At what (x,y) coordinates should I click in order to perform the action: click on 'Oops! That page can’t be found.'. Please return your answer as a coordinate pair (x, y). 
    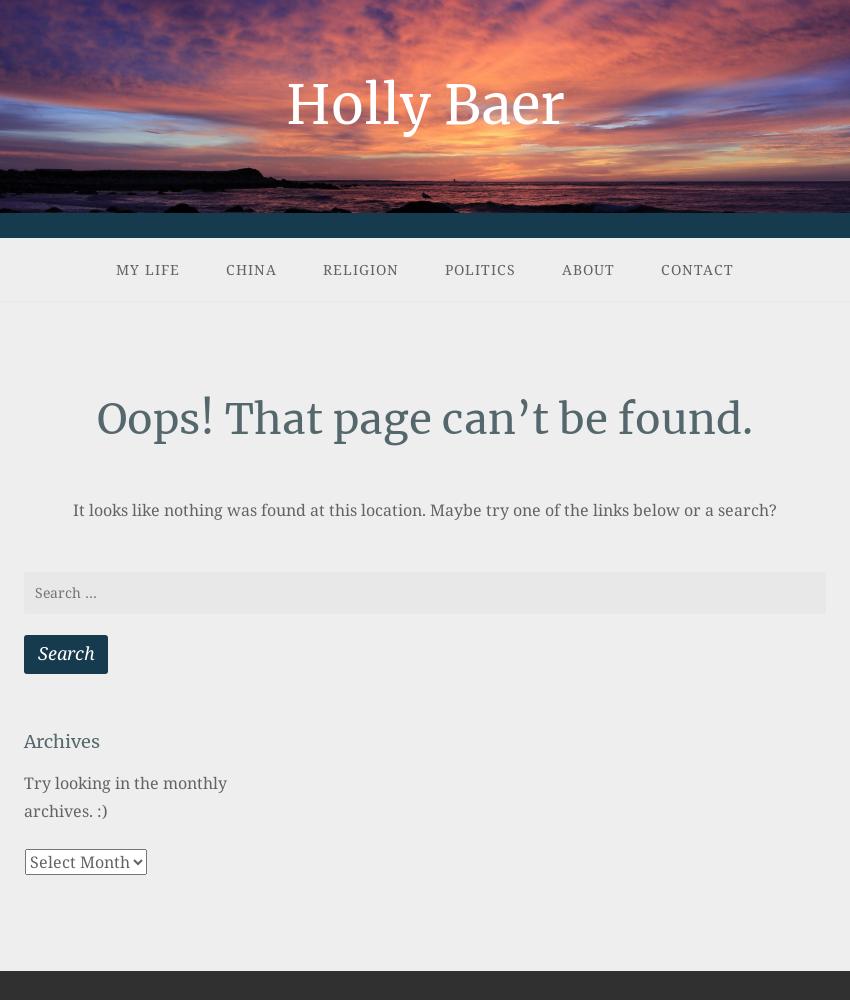
    Looking at the image, I should click on (425, 418).